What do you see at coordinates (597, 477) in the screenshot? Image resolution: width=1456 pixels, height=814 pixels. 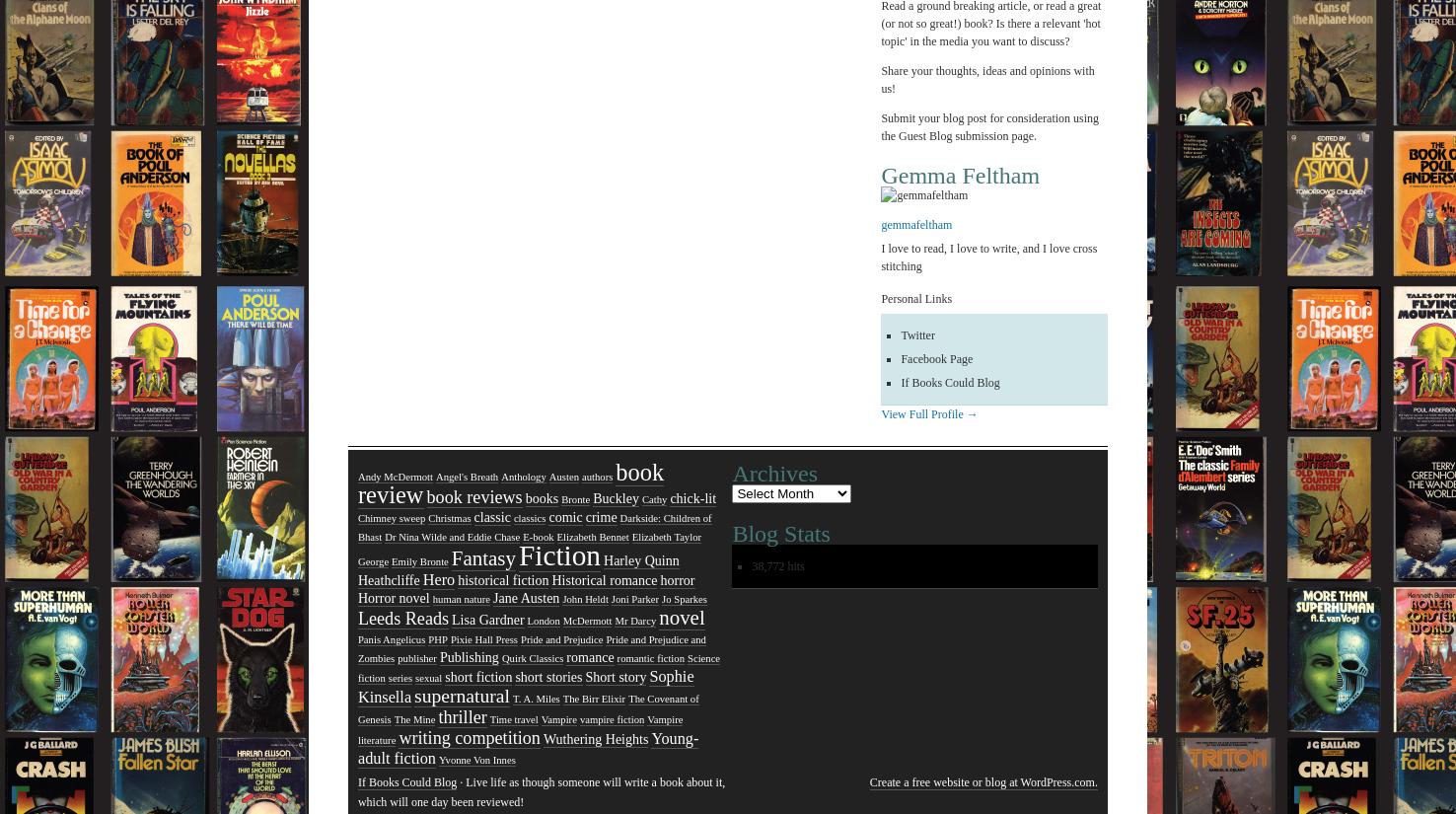 I see `'authors'` at bounding box center [597, 477].